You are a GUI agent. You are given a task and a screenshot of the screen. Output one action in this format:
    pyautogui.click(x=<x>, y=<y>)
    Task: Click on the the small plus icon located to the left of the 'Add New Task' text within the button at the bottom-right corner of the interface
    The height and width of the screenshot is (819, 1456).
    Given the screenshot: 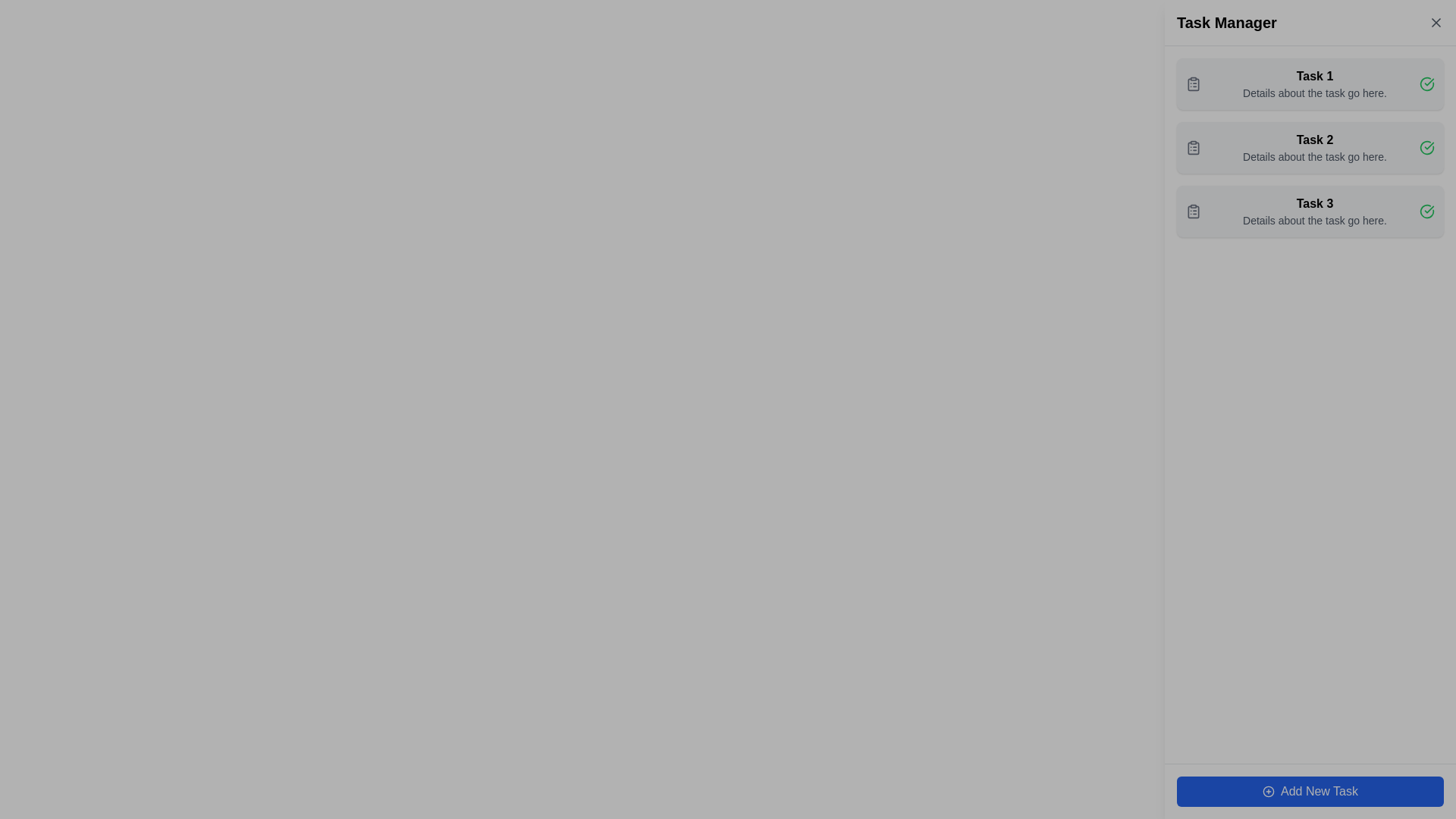 What is the action you would take?
    pyautogui.click(x=1269, y=791)
    